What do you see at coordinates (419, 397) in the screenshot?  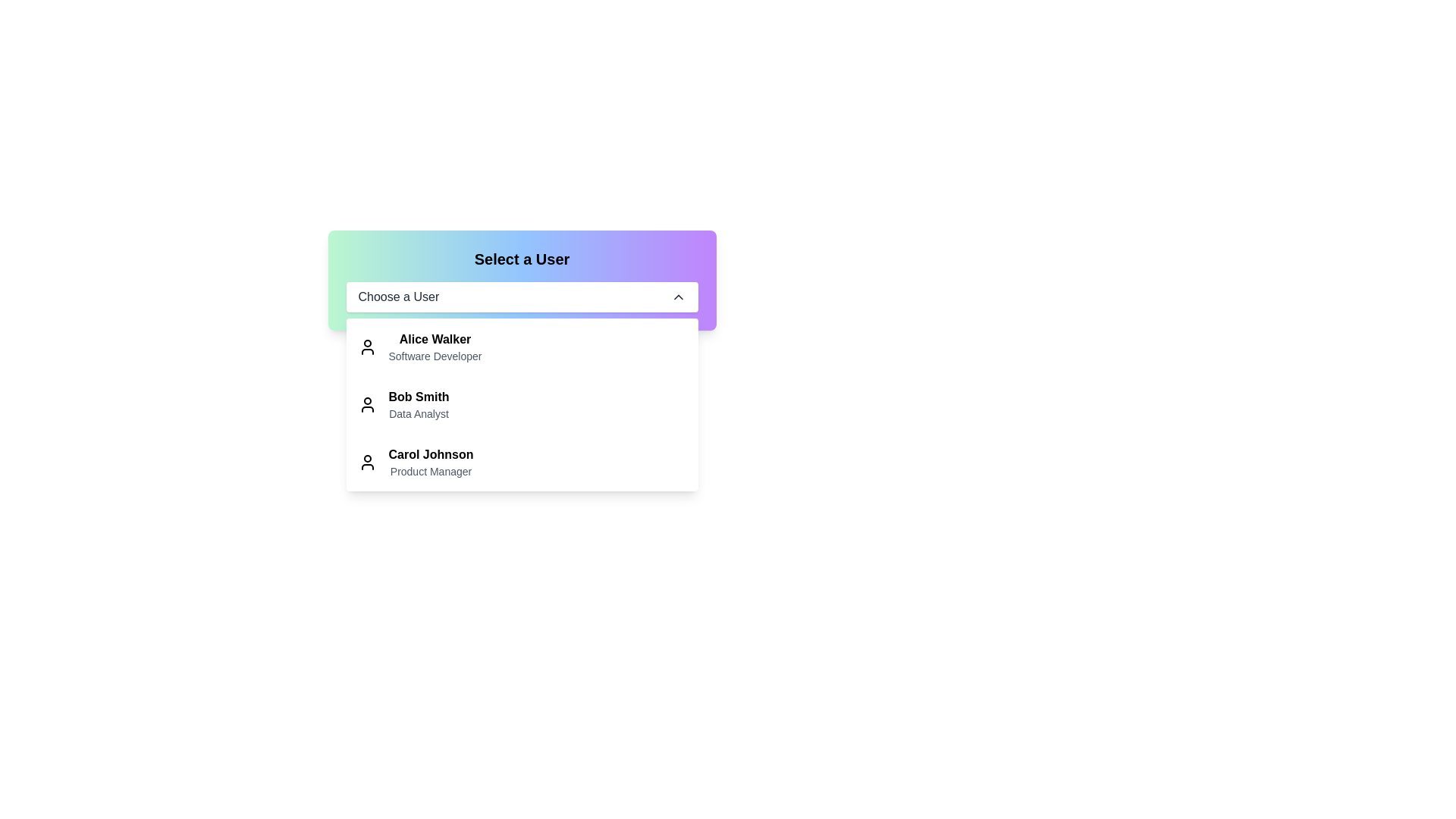 I see `the text label displaying 'Bob Smith'` at bounding box center [419, 397].